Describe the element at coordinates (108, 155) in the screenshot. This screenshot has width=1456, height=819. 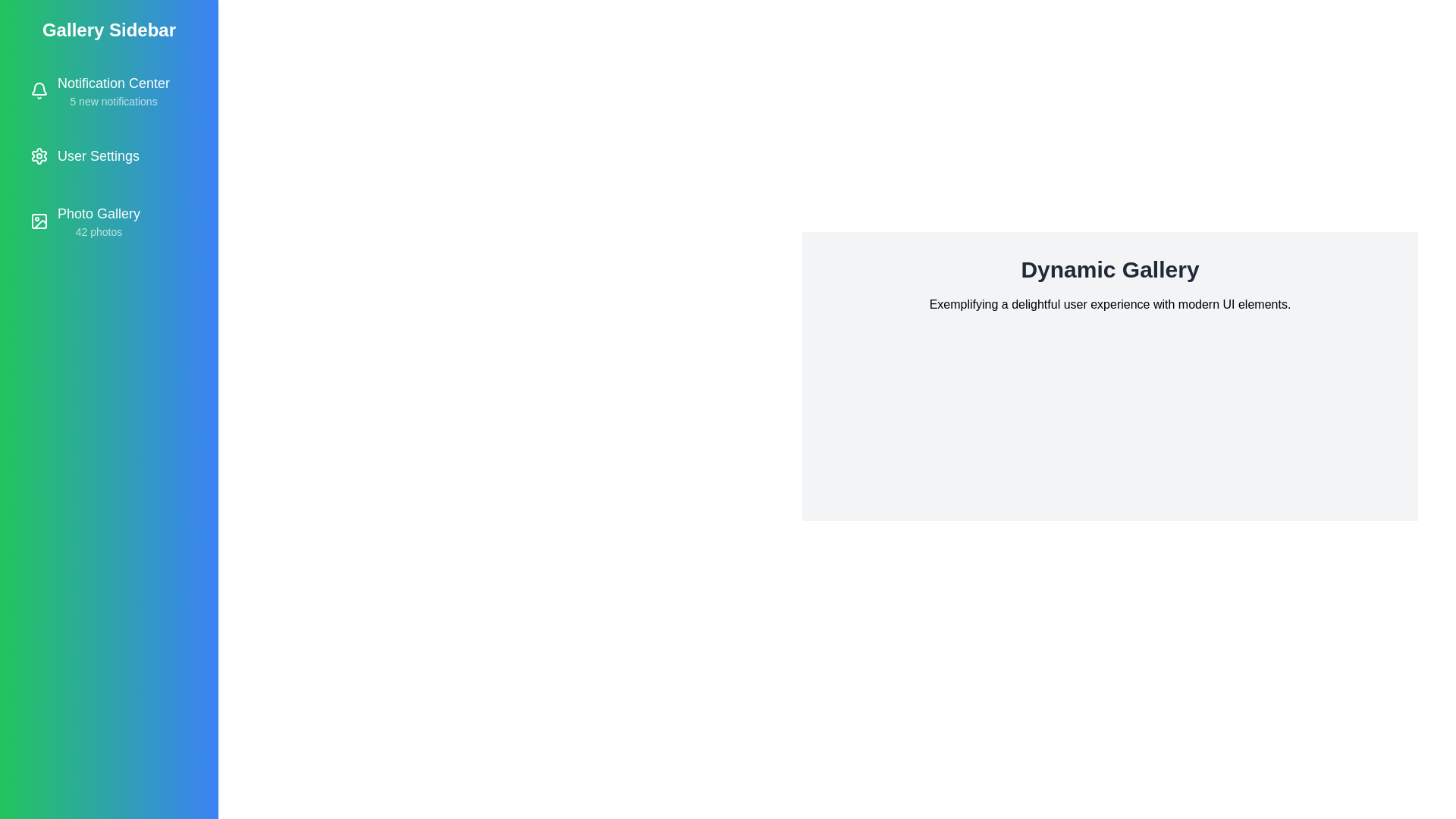
I see `the 'User Settings' item in the sidebar` at that location.